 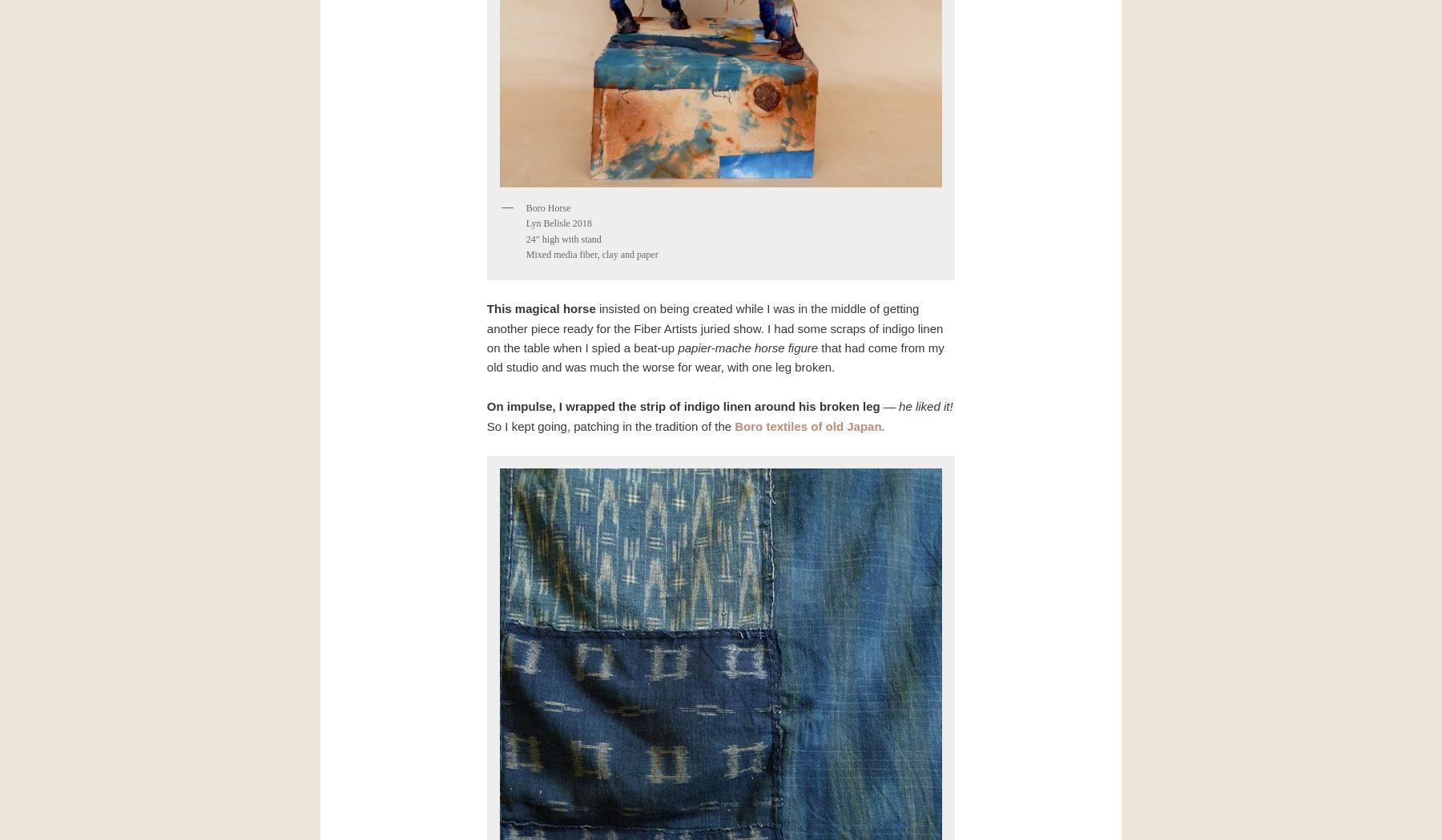 What do you see at coordinates (715, 327) in the screenshot?
I see `'insisted on being created while I was in the middle of getting another piece ready for the Fiber Artists juried show. I had some scraps of indigo linen on the table when I spied a beat-up'` at bounding box center [715, 327].